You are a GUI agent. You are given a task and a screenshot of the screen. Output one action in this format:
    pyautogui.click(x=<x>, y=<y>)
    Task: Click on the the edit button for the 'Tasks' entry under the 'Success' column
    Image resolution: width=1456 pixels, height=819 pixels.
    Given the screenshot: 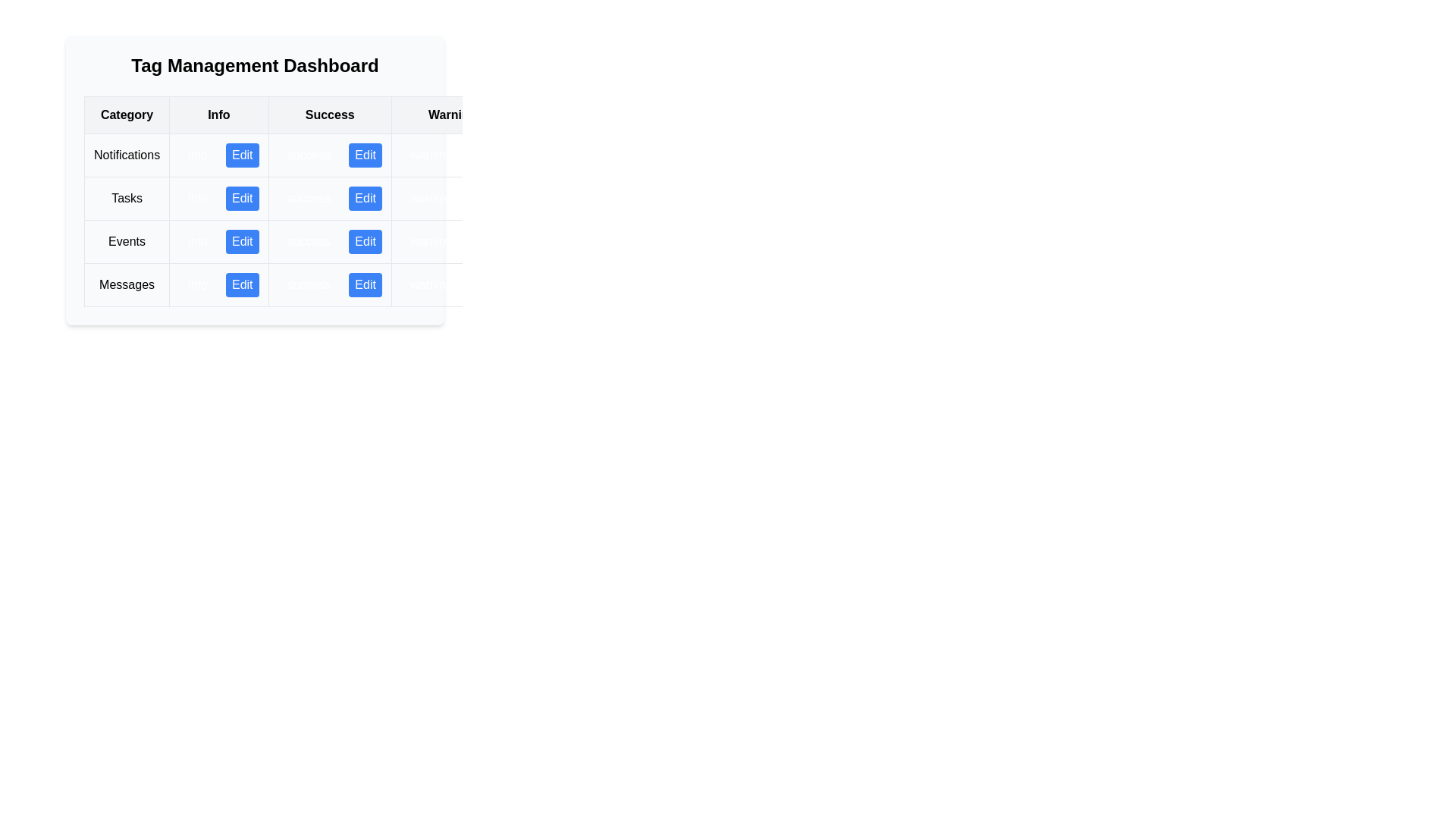 What is the action you would take?
    pyautogui.click(x=350, y=201)
    